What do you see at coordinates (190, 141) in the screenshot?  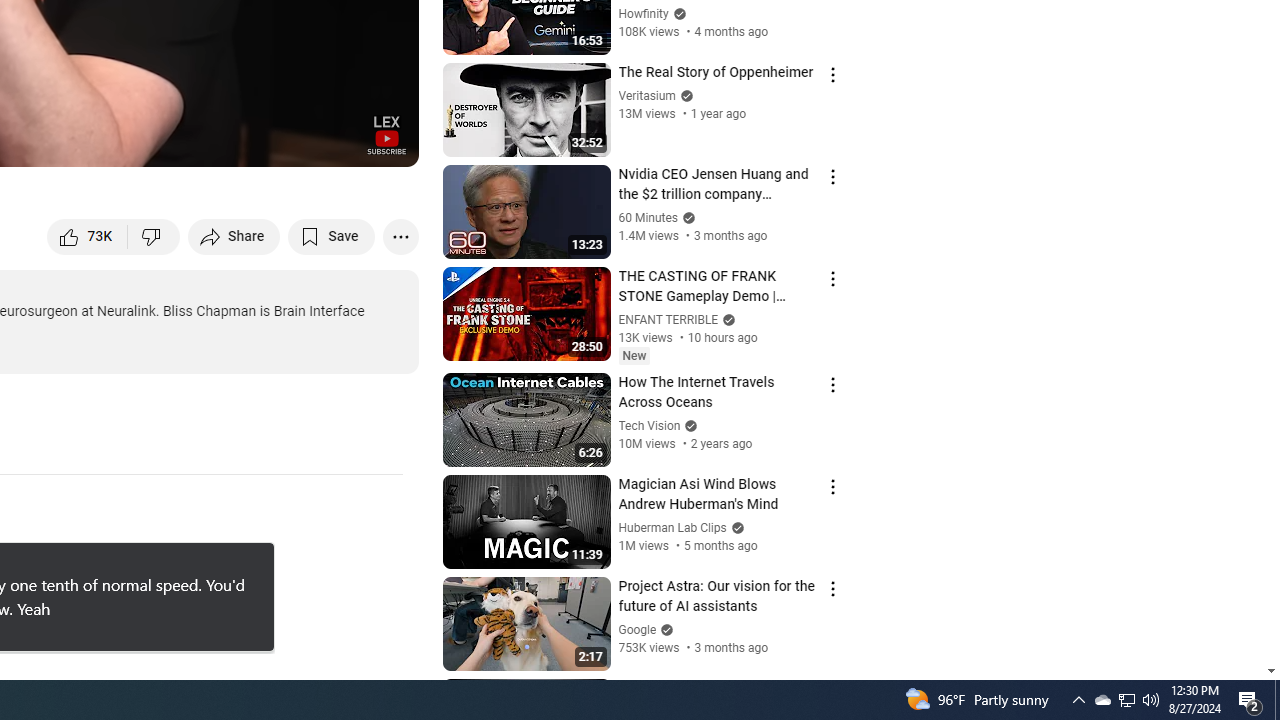 I see `'Subtitles/closed captions unavailable'` at bounding box center [190, 141].